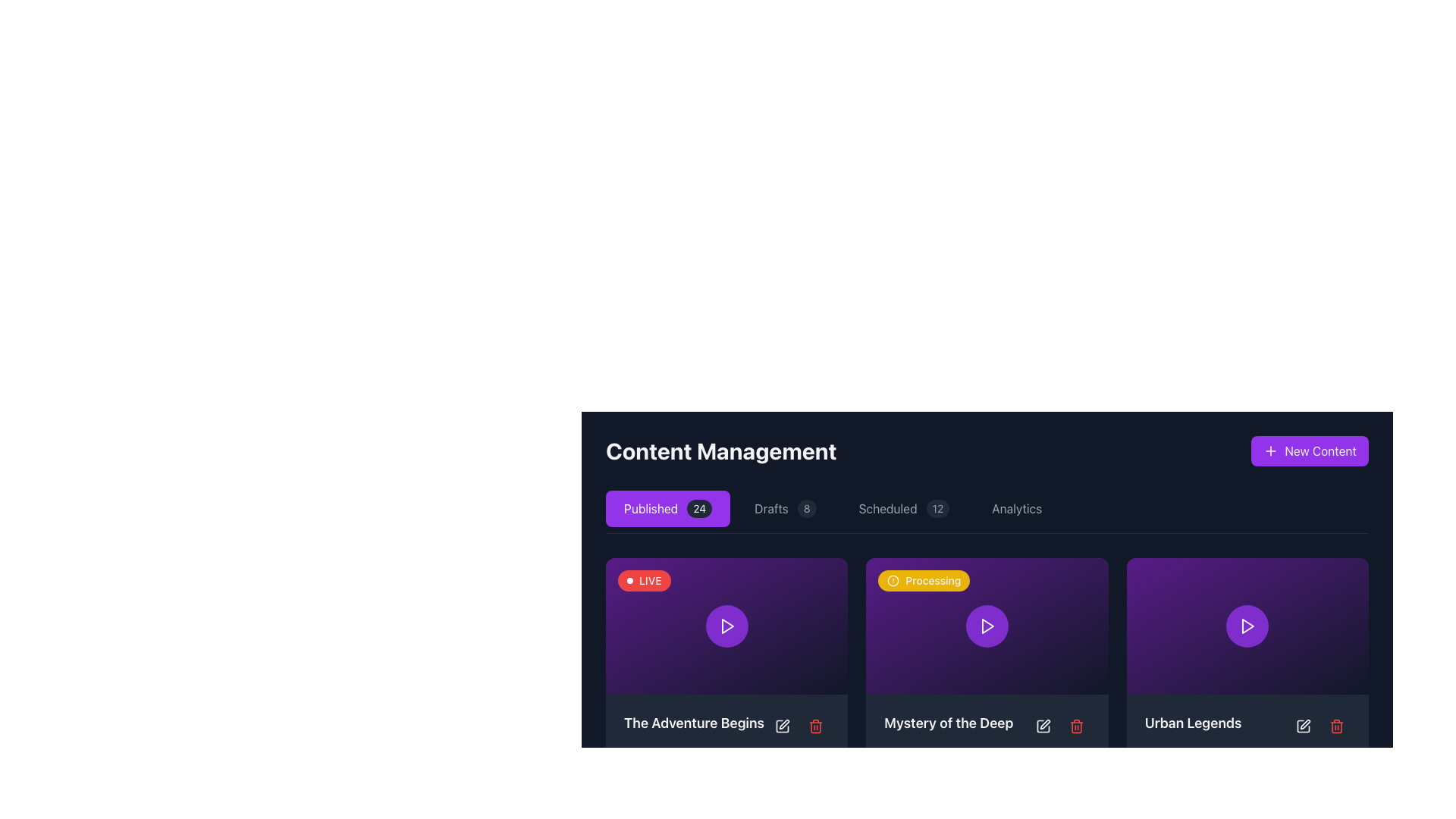  Describe the element at coordinates (1075, 725) in the screenshot. I see `the red trash can icon button located in the bottom-right corner of the 'Mystery of the Deep' content card` at that location.